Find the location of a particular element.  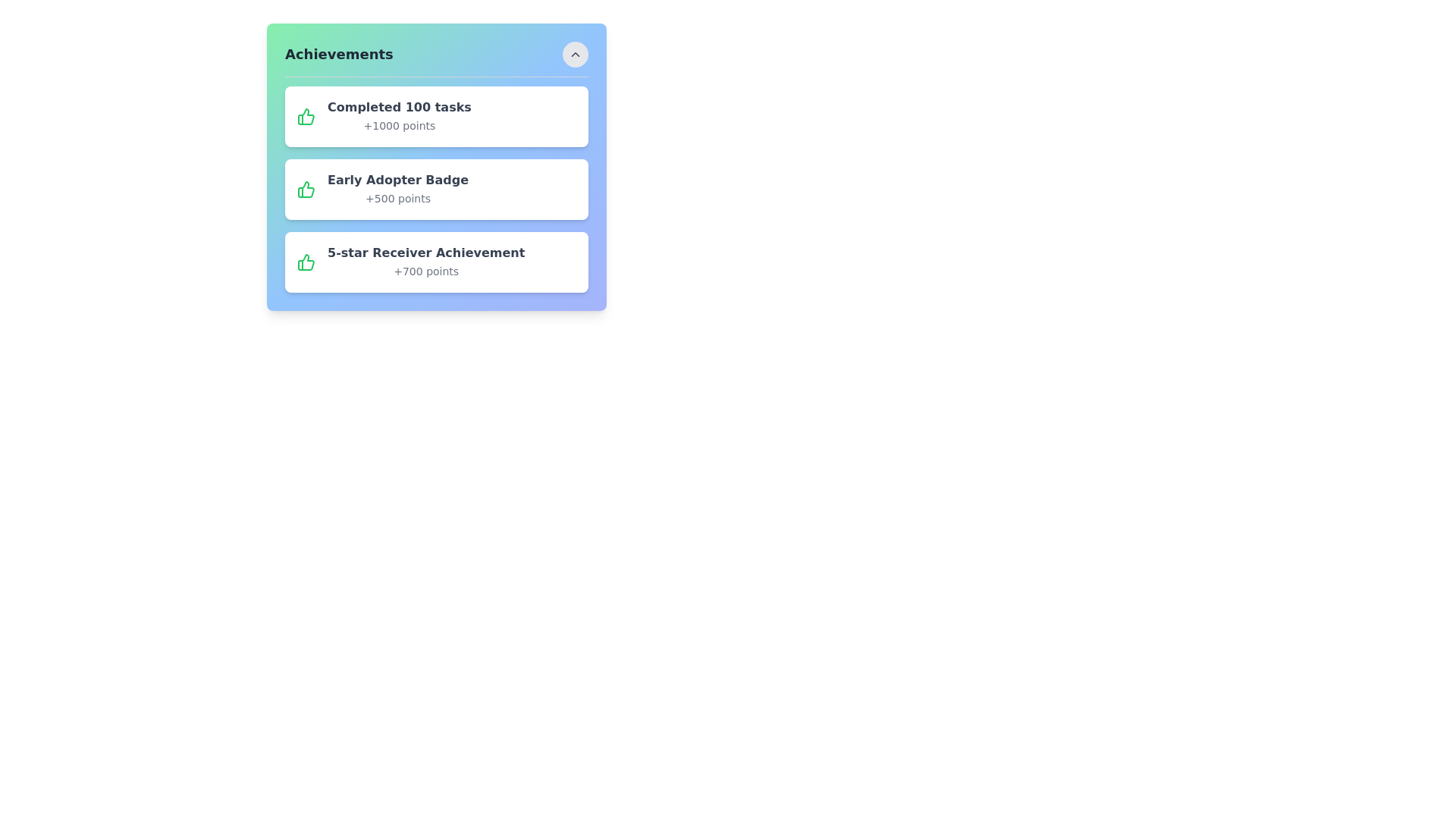

the associated information for the 'Early Adopter Badge' achievement item, which features a green thumbs-up icon and the text '+500 points' below the bold 'Early Adopter Badge' title is located at coordinates (436, 189).